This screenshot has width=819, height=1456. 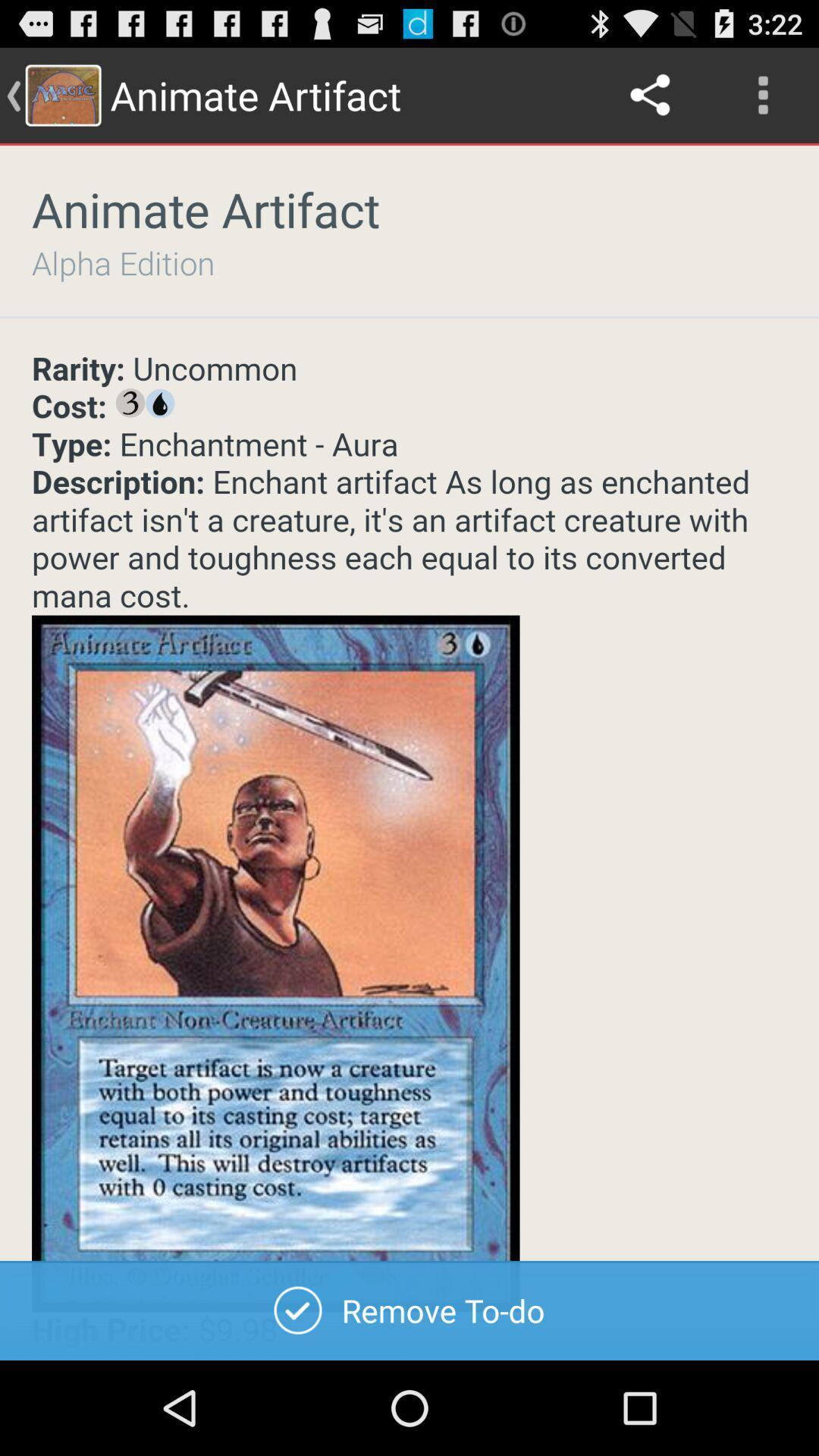 What do you see at coordinates (651, 94) in the screenshot?
I see `icon next to the animate artifact item` at bounding box center [651, 94].